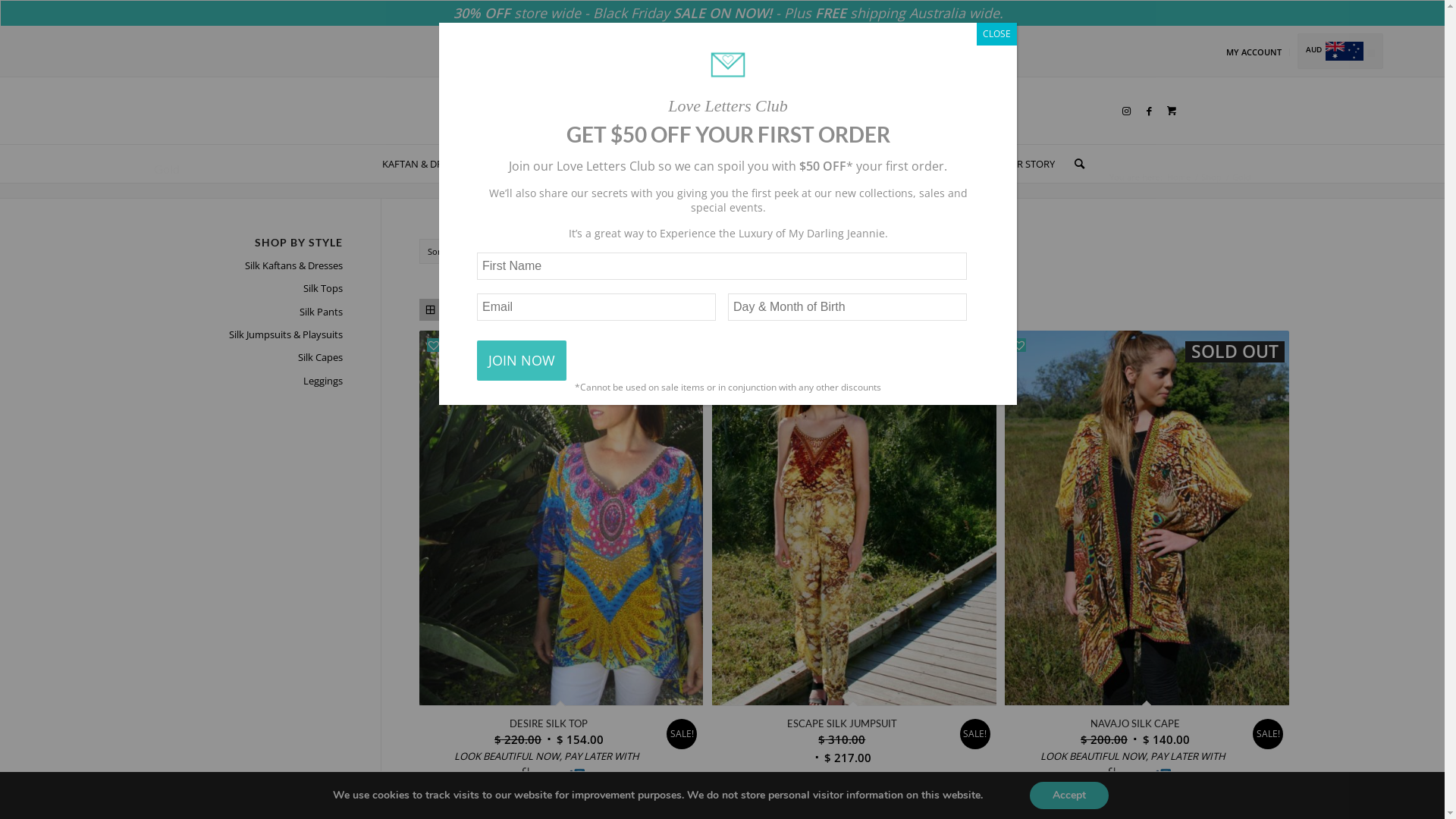 This screenshot has width=1456, height=819. Describe the element at coordinates (1329, 50) in the screenshot. I see `'AUD'` at that location.